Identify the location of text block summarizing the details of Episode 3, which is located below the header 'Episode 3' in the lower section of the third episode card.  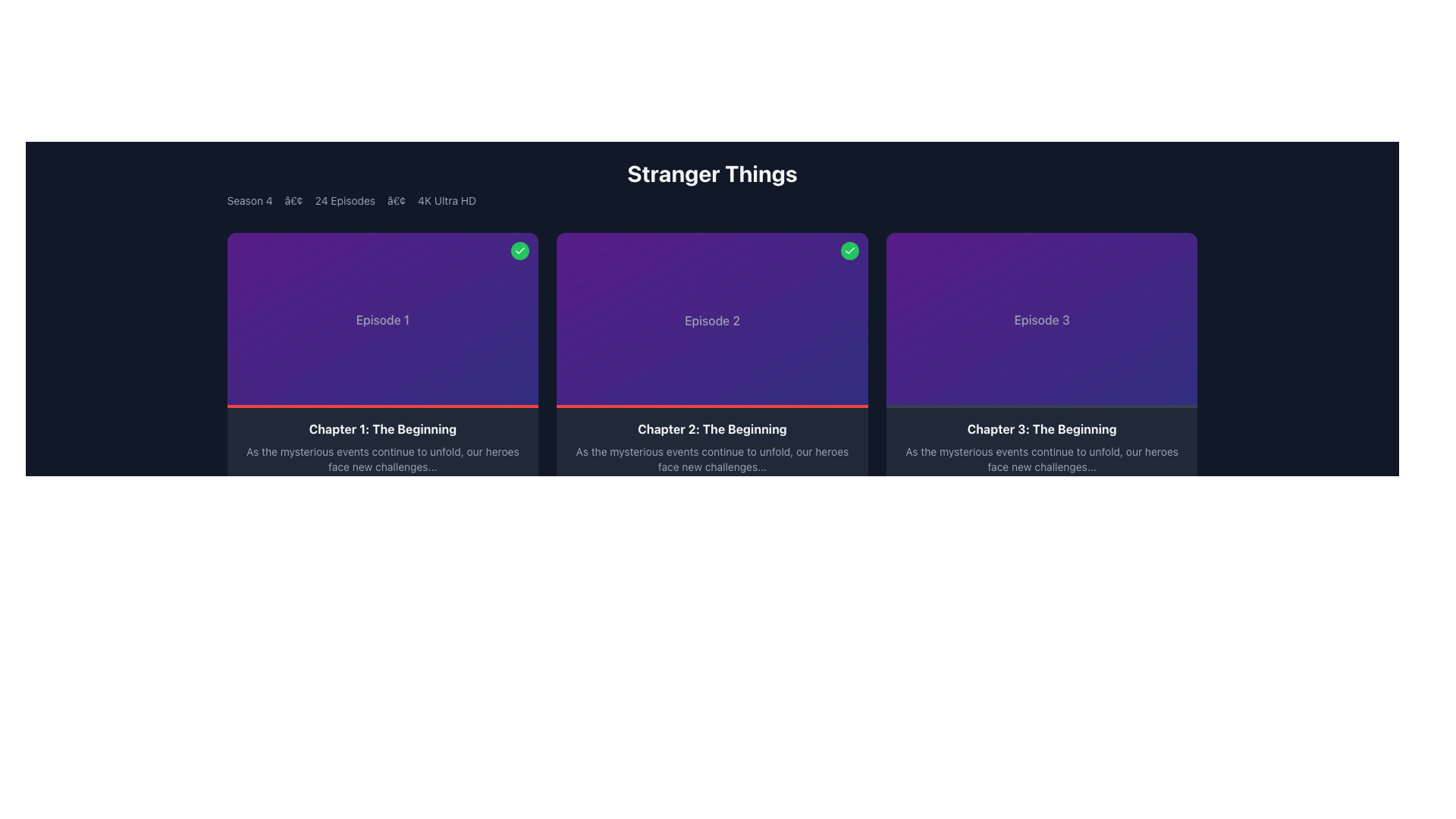
(1041, 464).